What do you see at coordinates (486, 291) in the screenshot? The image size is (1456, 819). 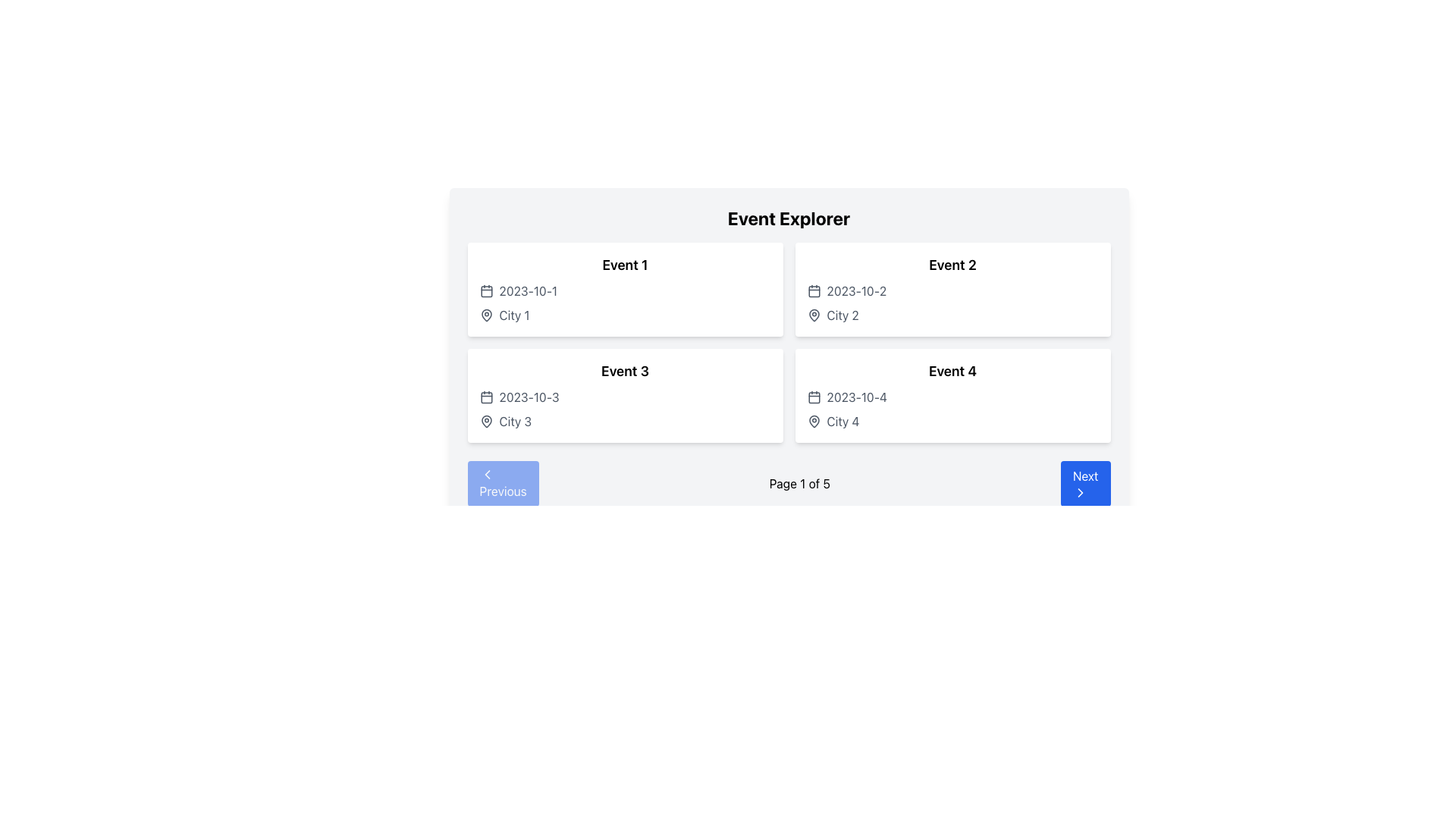 I see `the square-shaped graphical icon component with rounded corners, filled with red color, located within the calendar icon of 'Event 1'` at bounding box center [486, 291].